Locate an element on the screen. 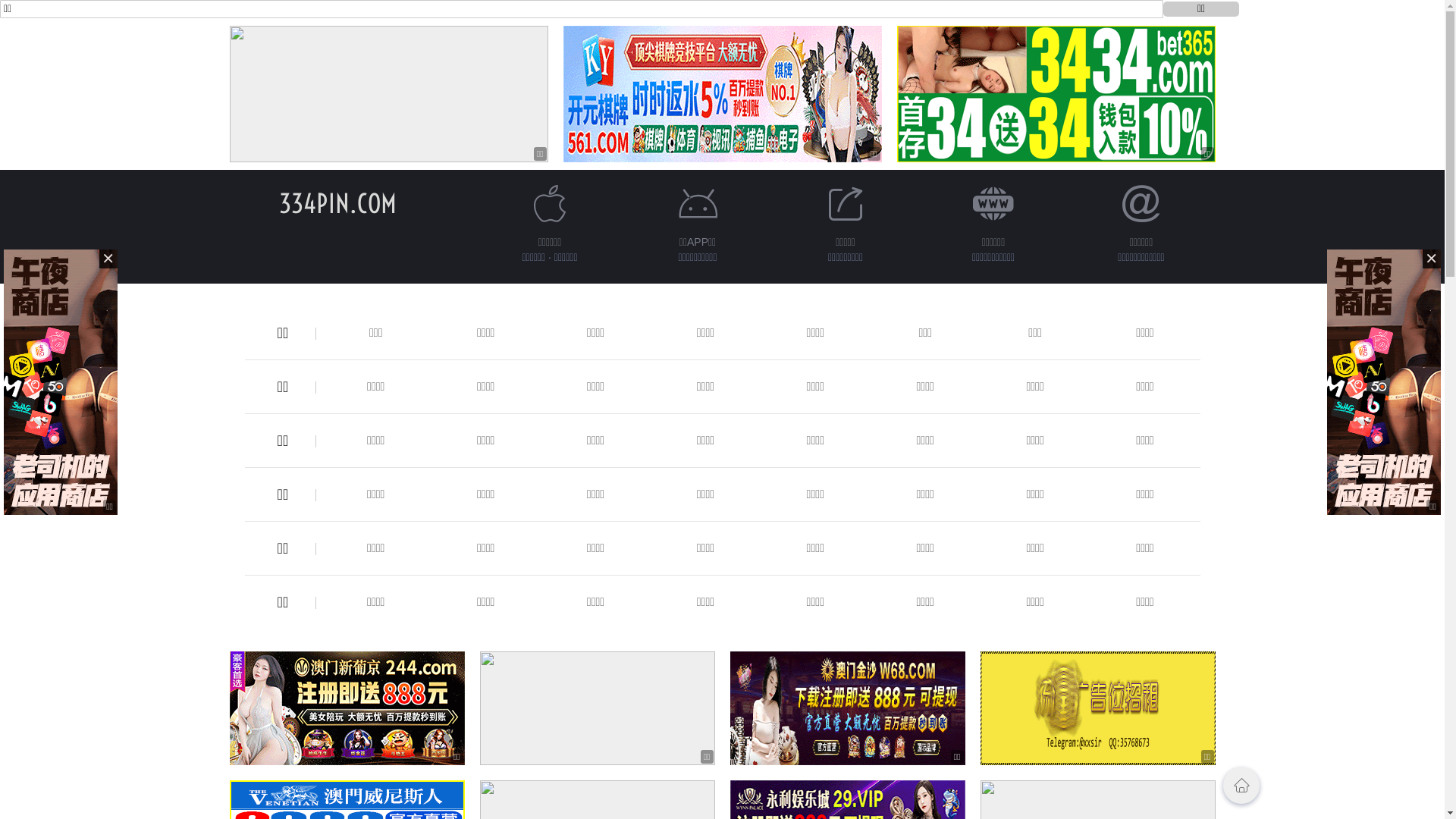 The width and height of the screenshot is (1456, 819). '334PIN.COM' is located at coordinates (337, 202).